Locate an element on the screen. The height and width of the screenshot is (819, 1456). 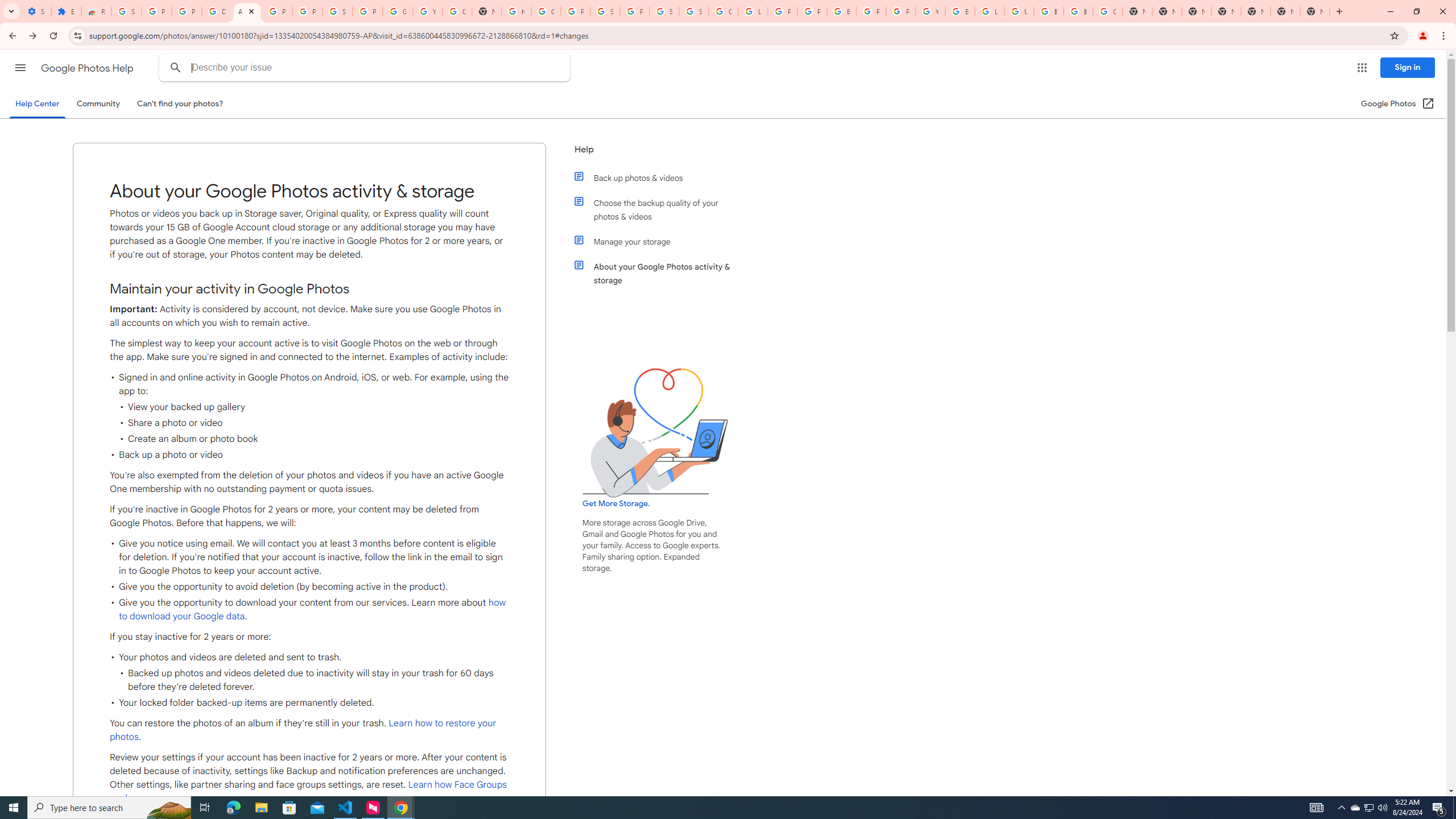
'About your Google Photos activity & storage' is located at coordinates (661, 272).